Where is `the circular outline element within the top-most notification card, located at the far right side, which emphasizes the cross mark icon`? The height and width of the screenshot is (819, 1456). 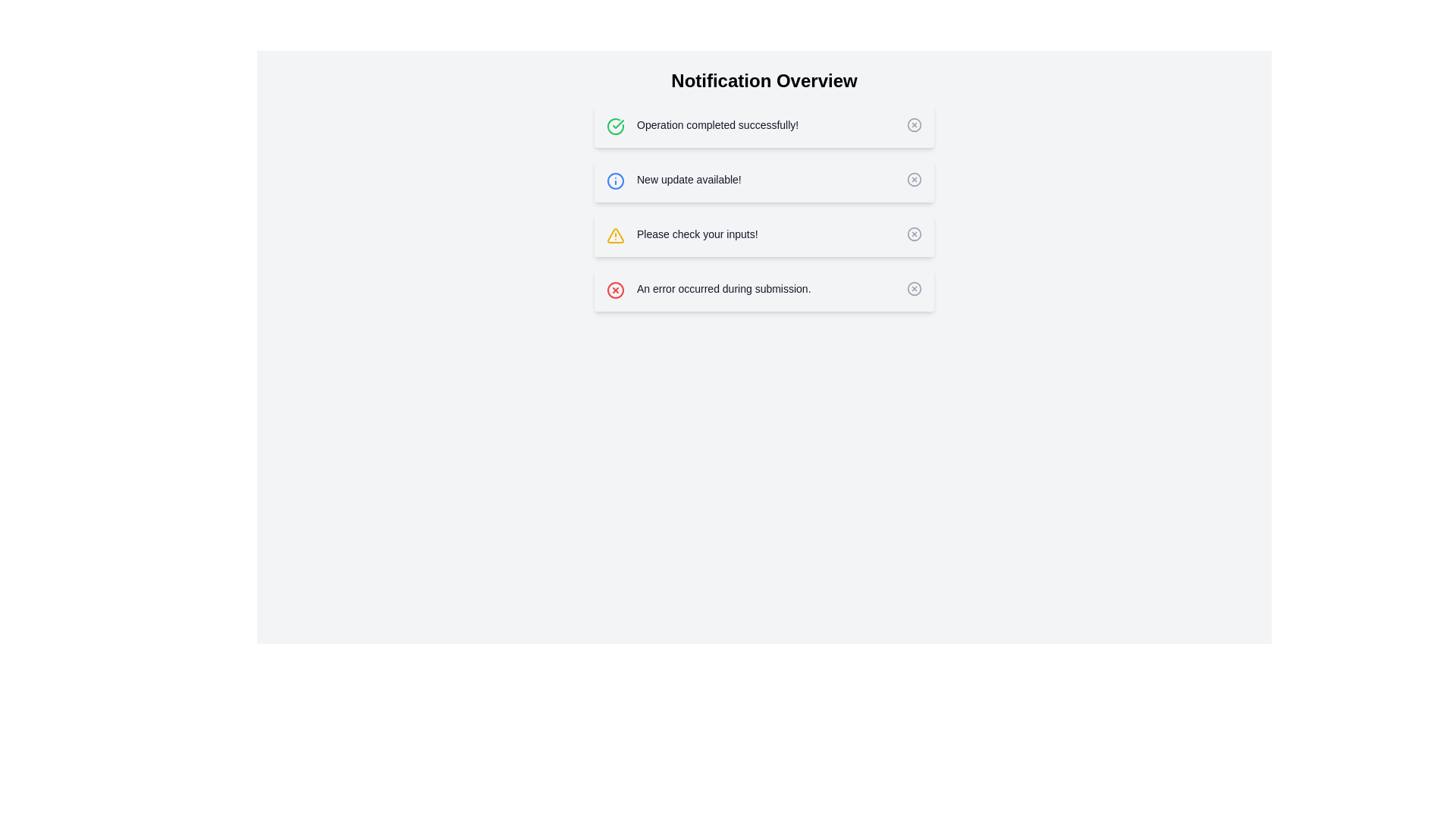 the circular outline element within the top-most notification card, located at the far right side, which emphasizes the cross mark icon is located at coordinates (913, 124).